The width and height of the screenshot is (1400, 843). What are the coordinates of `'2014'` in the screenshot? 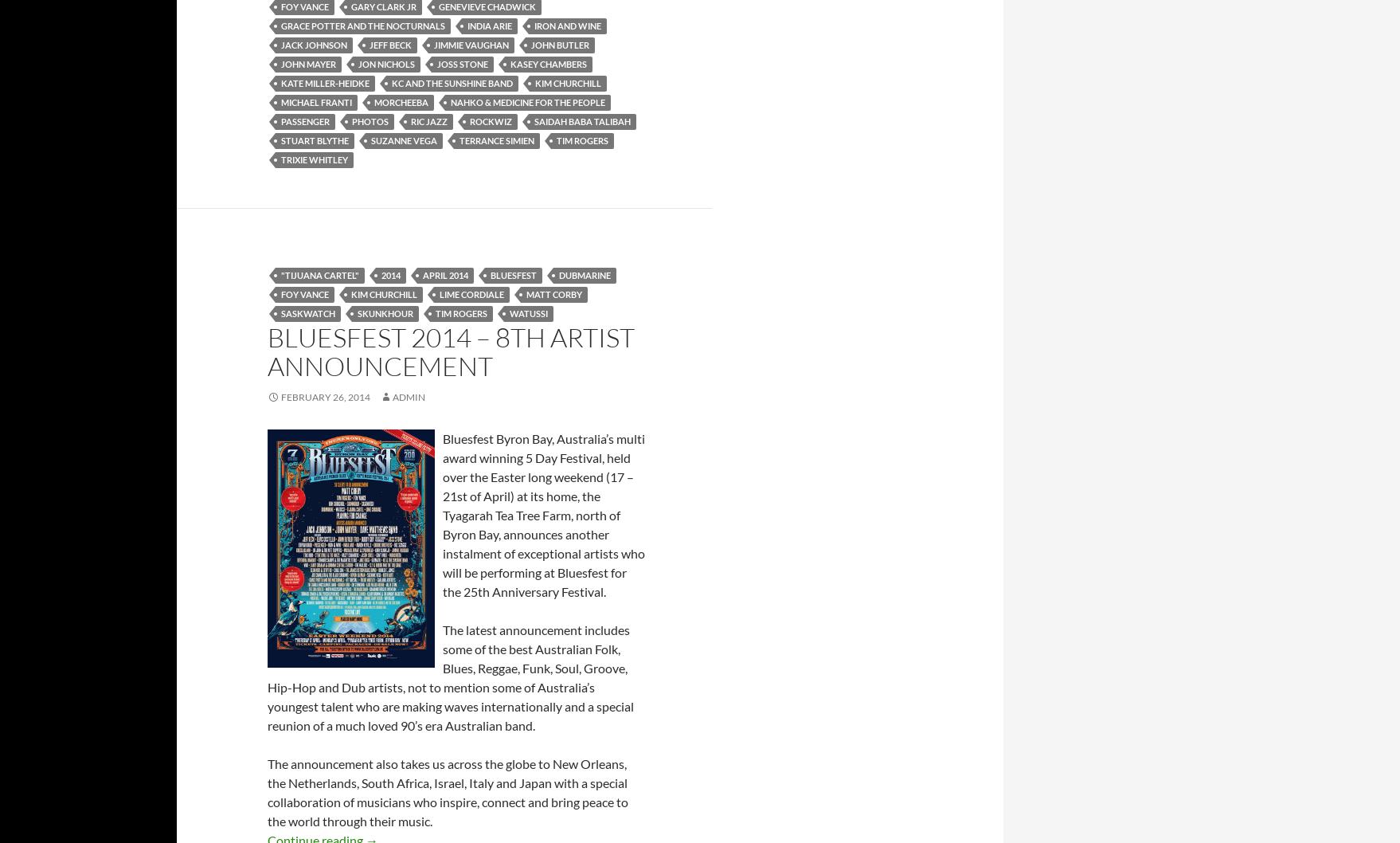 It's located at (390, 273).